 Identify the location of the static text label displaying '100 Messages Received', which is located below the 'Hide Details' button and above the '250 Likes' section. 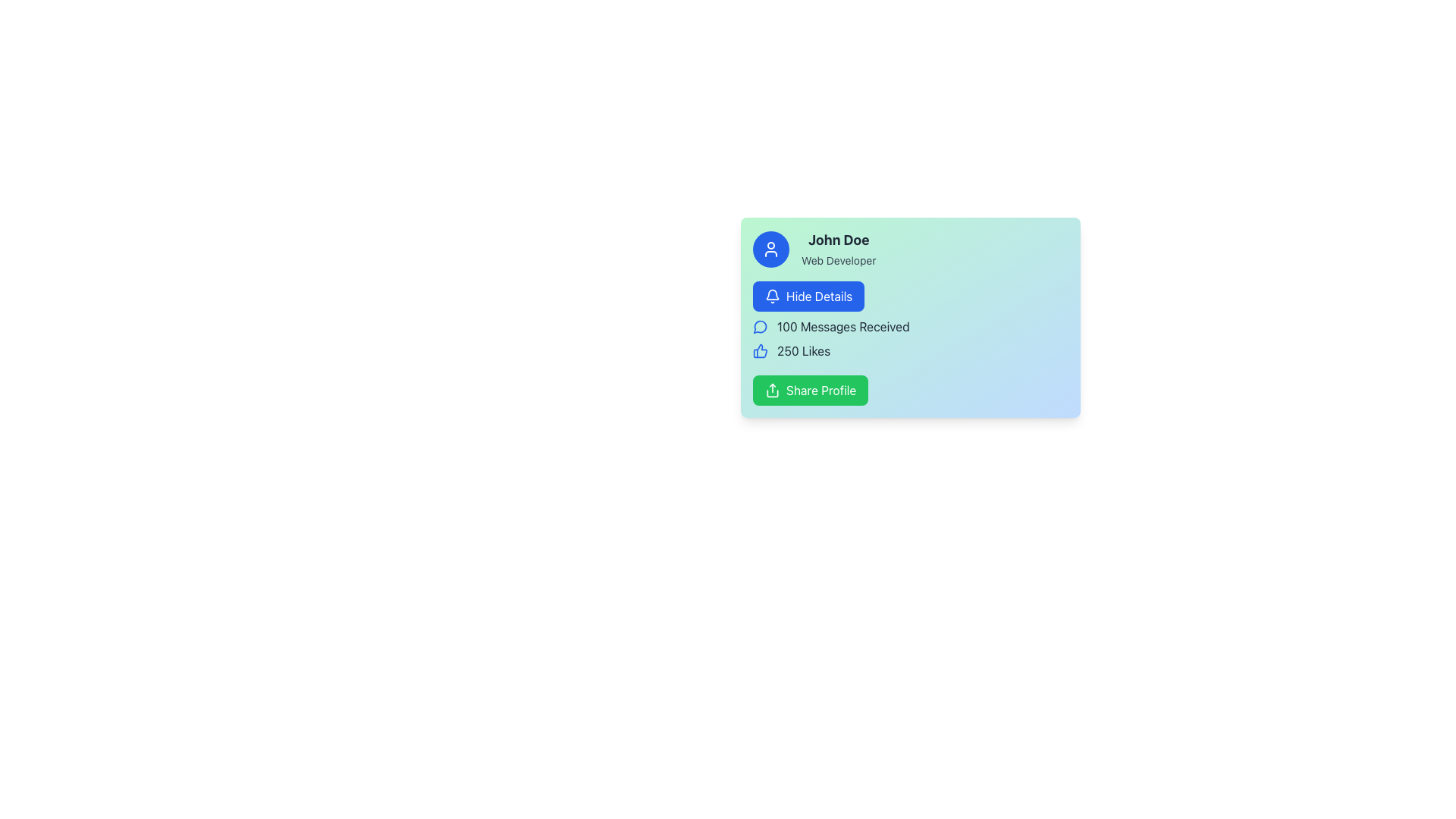
(843, 326).